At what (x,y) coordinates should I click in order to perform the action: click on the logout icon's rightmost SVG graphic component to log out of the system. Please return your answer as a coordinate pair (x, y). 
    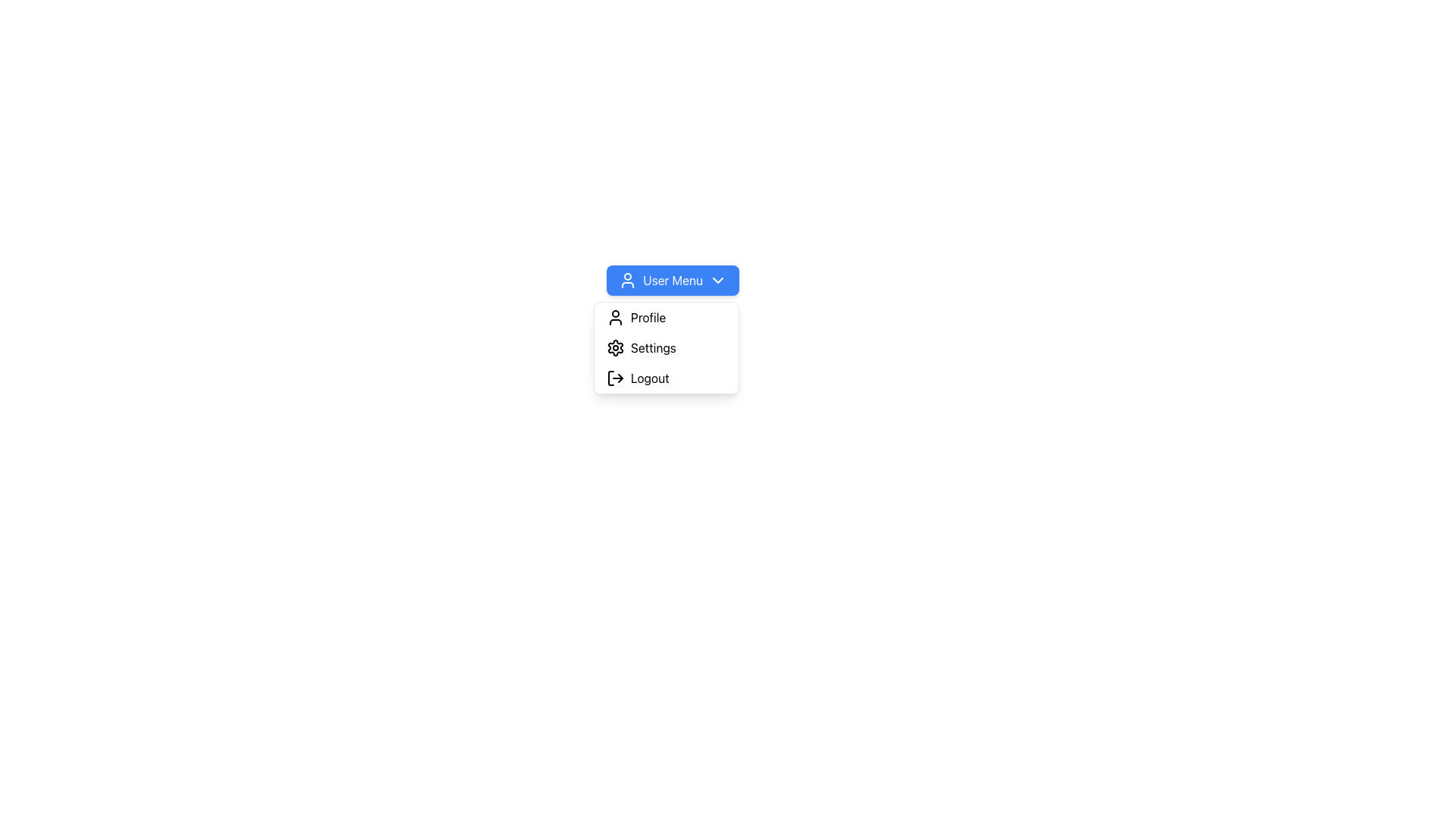
    Looking at the image, I should click on (620, 377).